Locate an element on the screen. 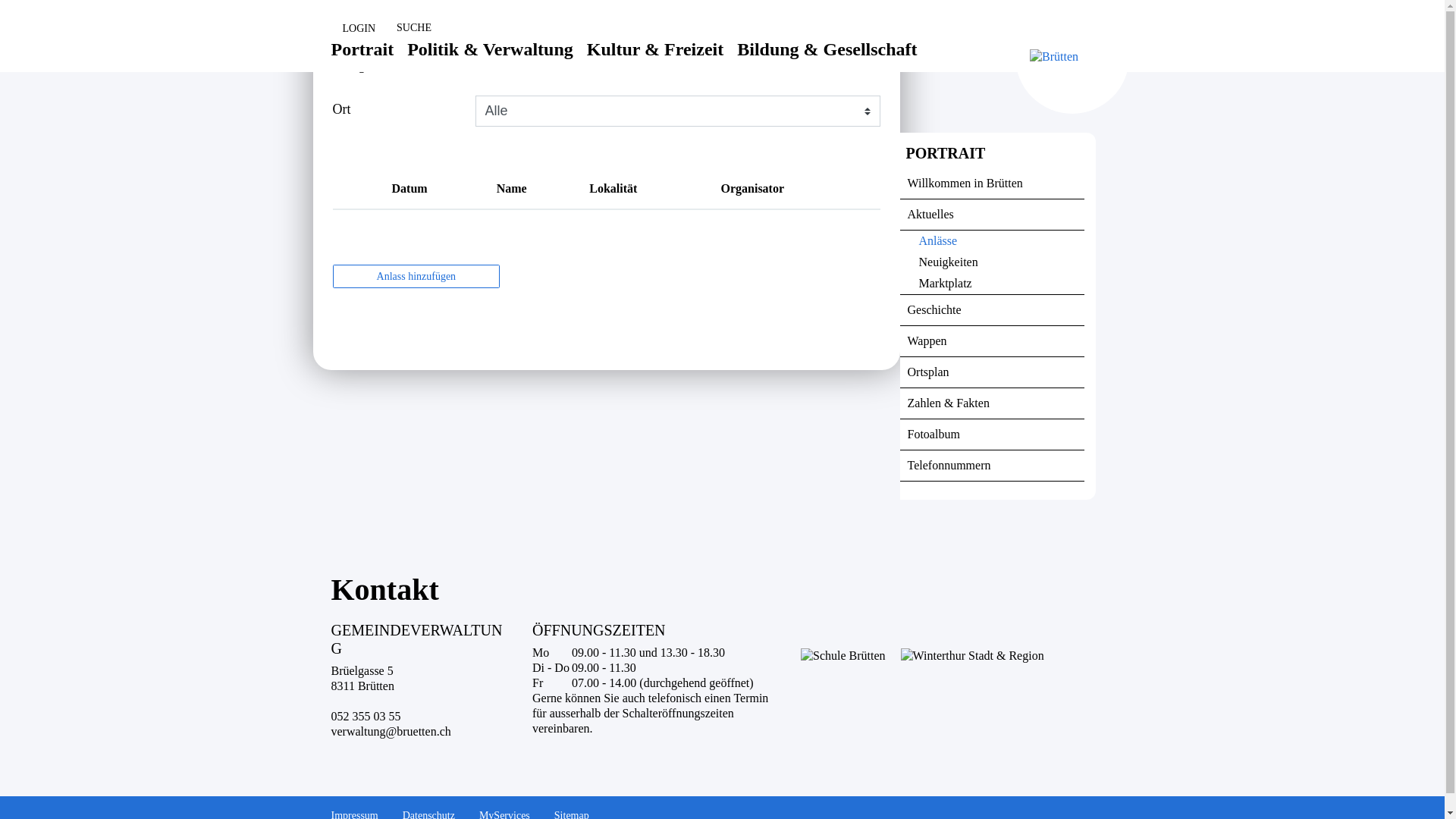 This screenshot has height=819, width=1456. 'Fotoalbum' is located at coordinates (991, 435).